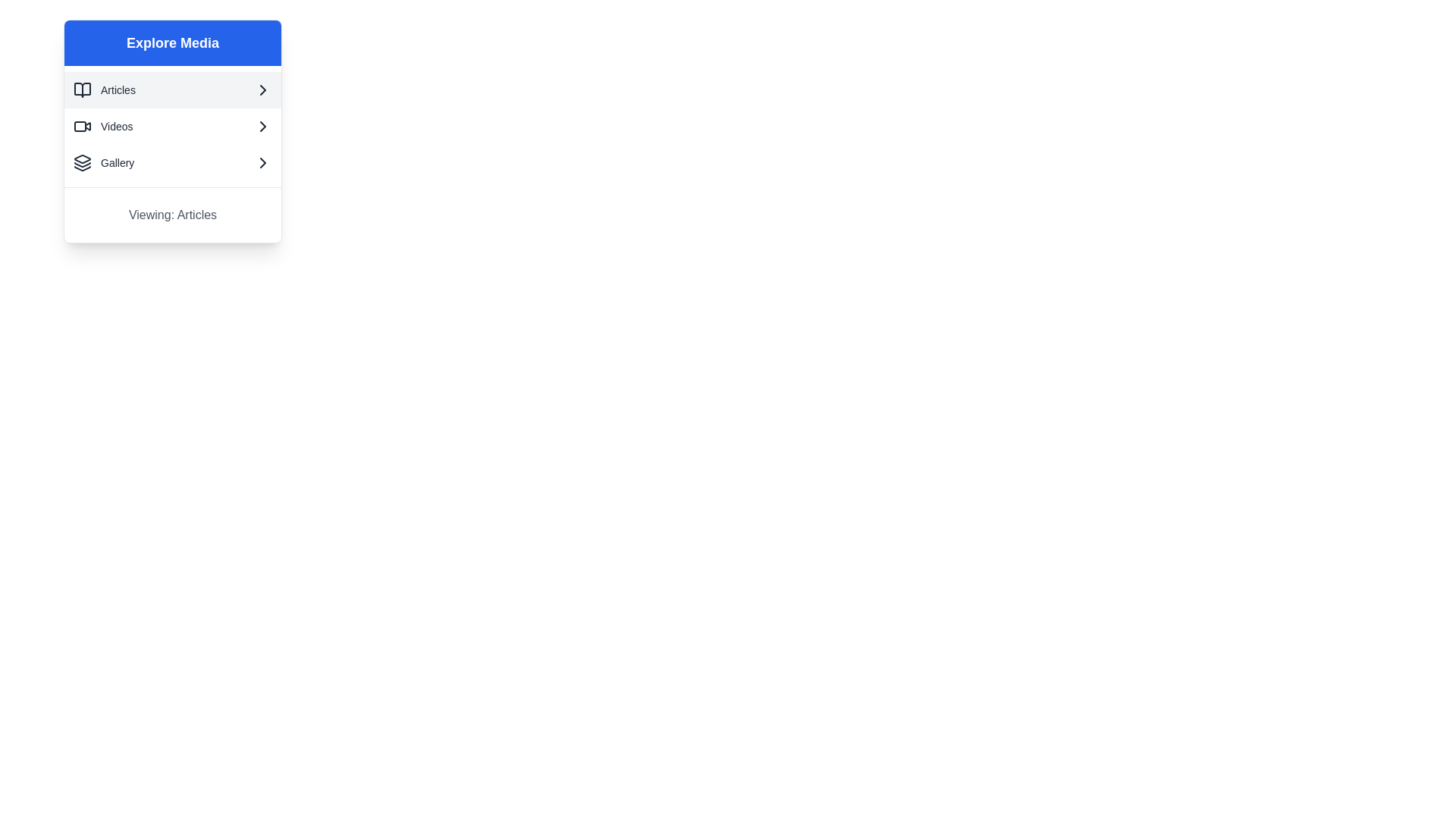 The image size is (1456, 819). Describe the element at coordinates (262, 163) in the screenshot. I see `the right-pointing chevron icon in the 'Gallery' row of the vertical menu` at that location.